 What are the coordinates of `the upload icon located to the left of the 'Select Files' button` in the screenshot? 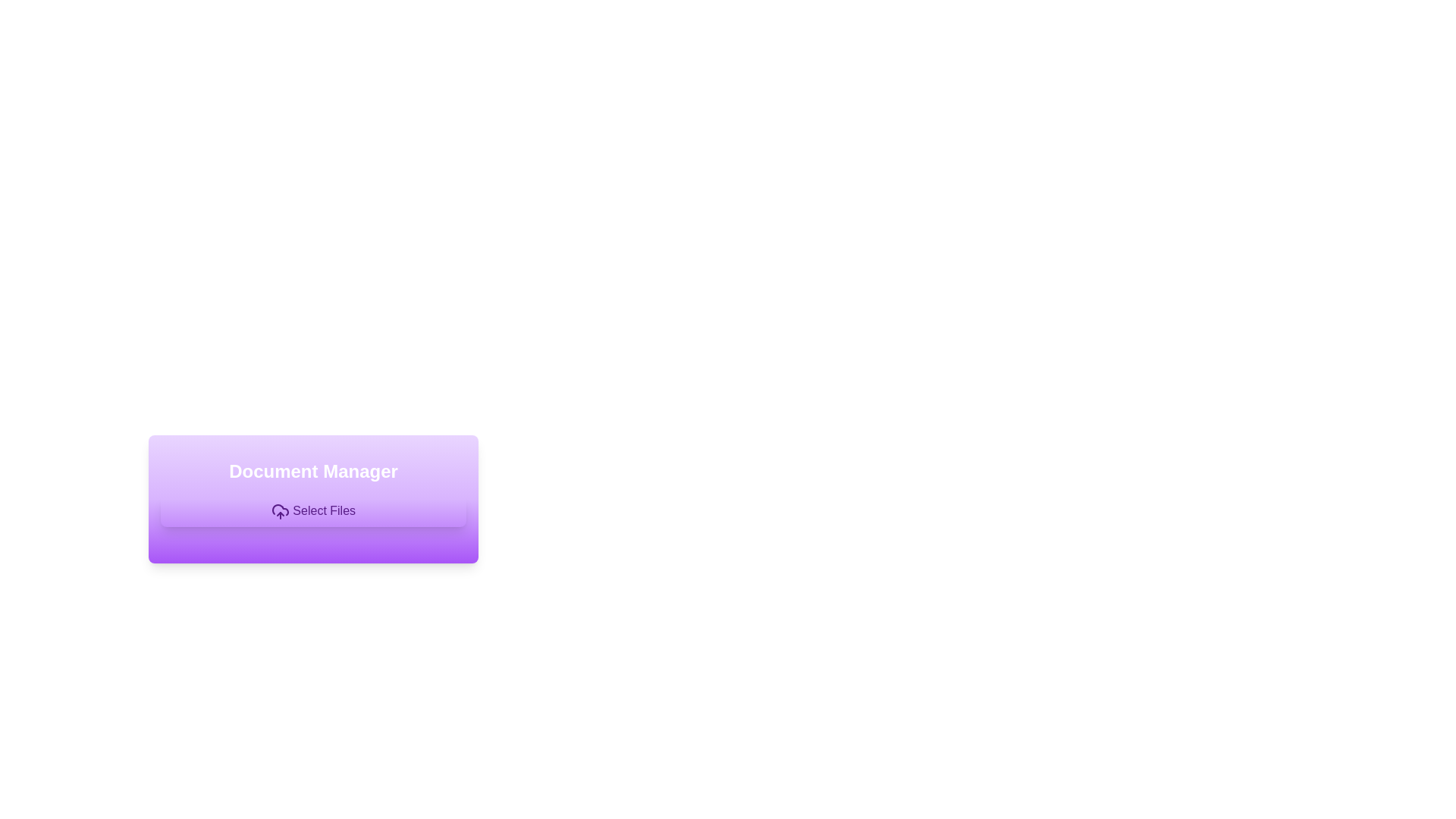 It's located at (280, 511).